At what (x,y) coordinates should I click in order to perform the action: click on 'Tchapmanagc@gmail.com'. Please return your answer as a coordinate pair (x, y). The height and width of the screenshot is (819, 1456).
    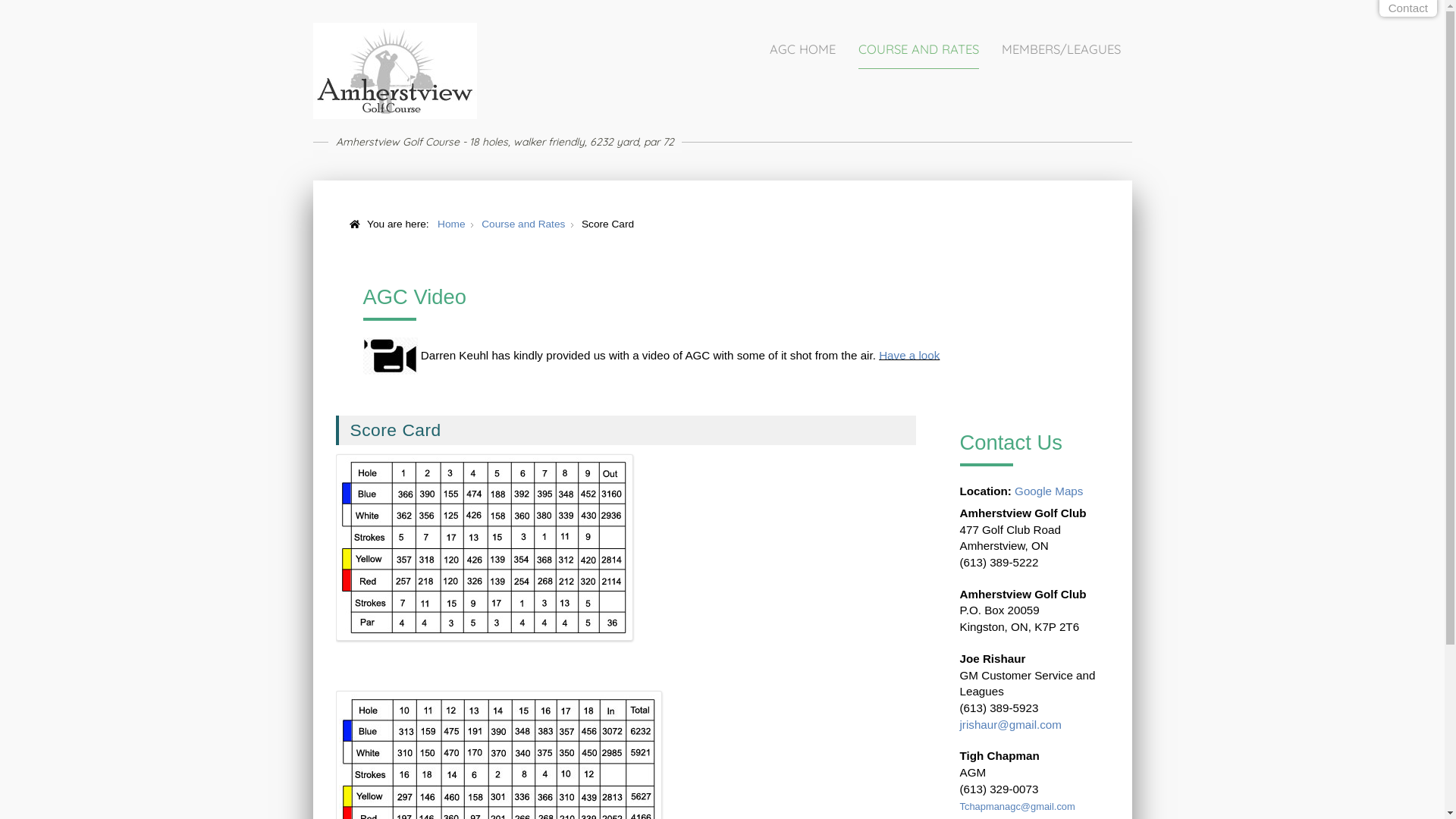
    Looking at the image, I should click on (1018, 805).